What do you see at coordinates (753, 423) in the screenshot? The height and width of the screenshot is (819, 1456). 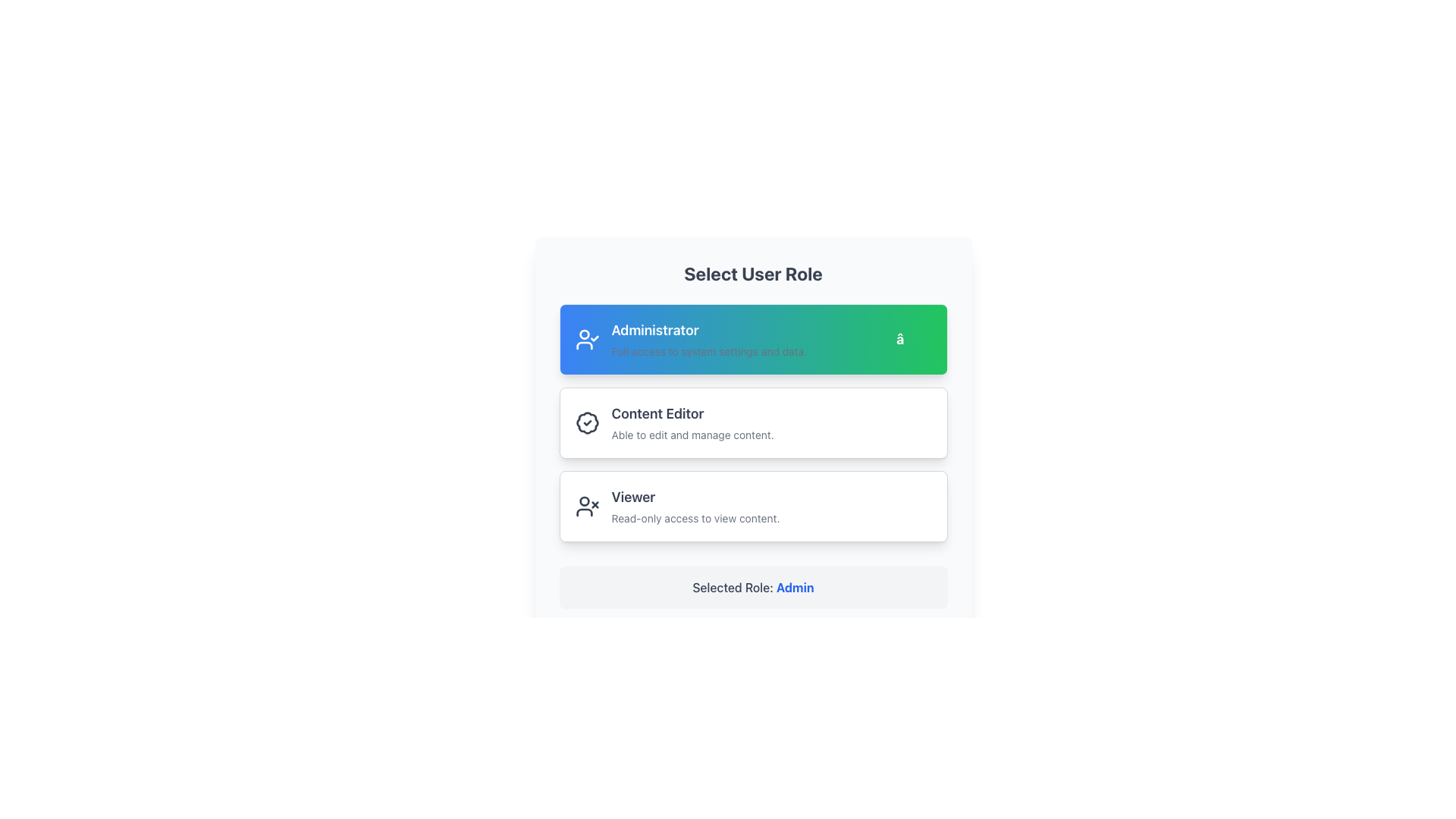 I see `the selectable card for the 'Content Editor' role, which is the second item in a vertically stacked group of roles` at bounding box center [753, 423].